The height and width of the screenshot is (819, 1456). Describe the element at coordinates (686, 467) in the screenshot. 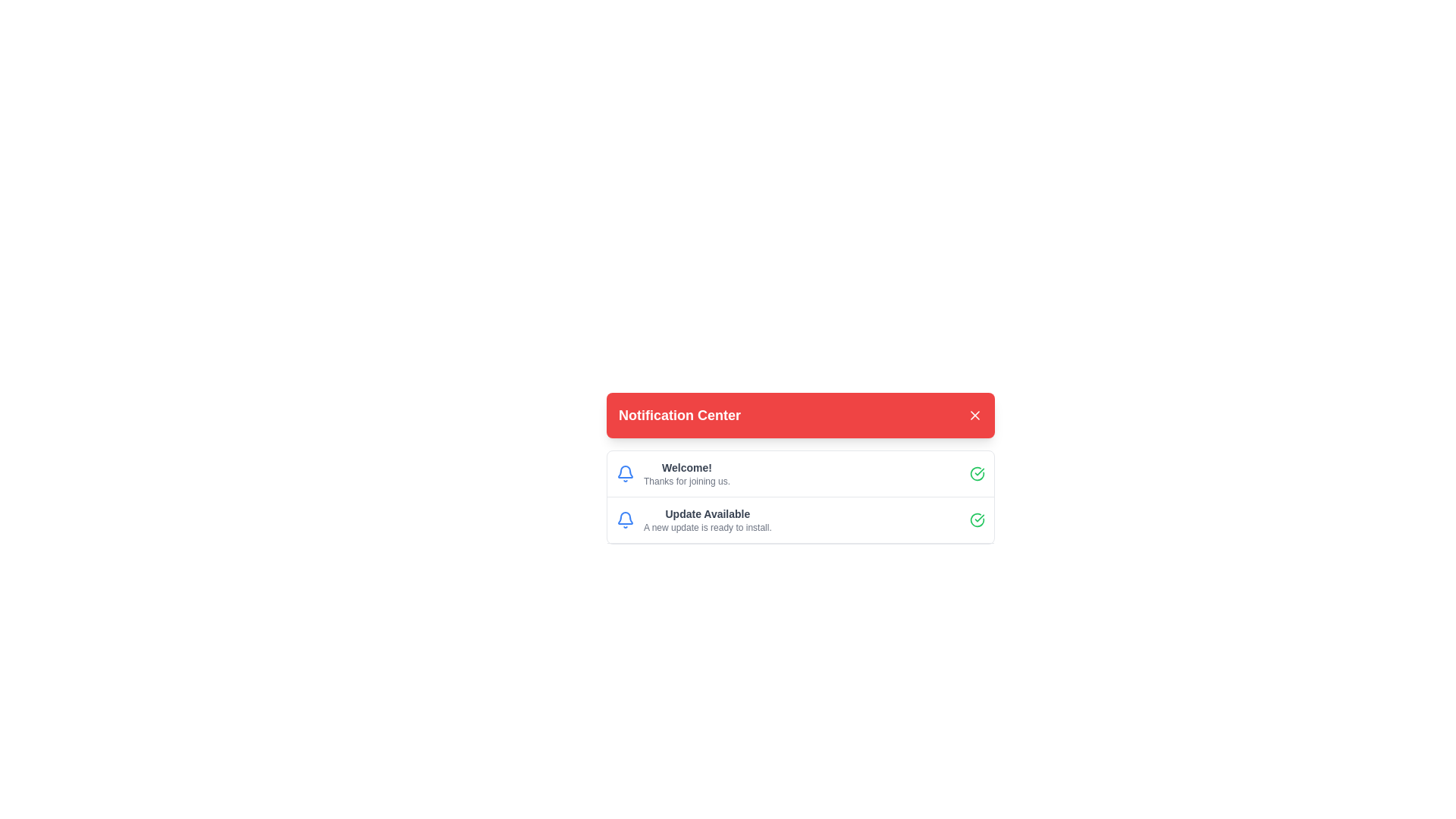

I see `welcome message text displayed in the Notification Center, which indicates successful registration and is located above the text 'Thanks for joining us.'` at that location.